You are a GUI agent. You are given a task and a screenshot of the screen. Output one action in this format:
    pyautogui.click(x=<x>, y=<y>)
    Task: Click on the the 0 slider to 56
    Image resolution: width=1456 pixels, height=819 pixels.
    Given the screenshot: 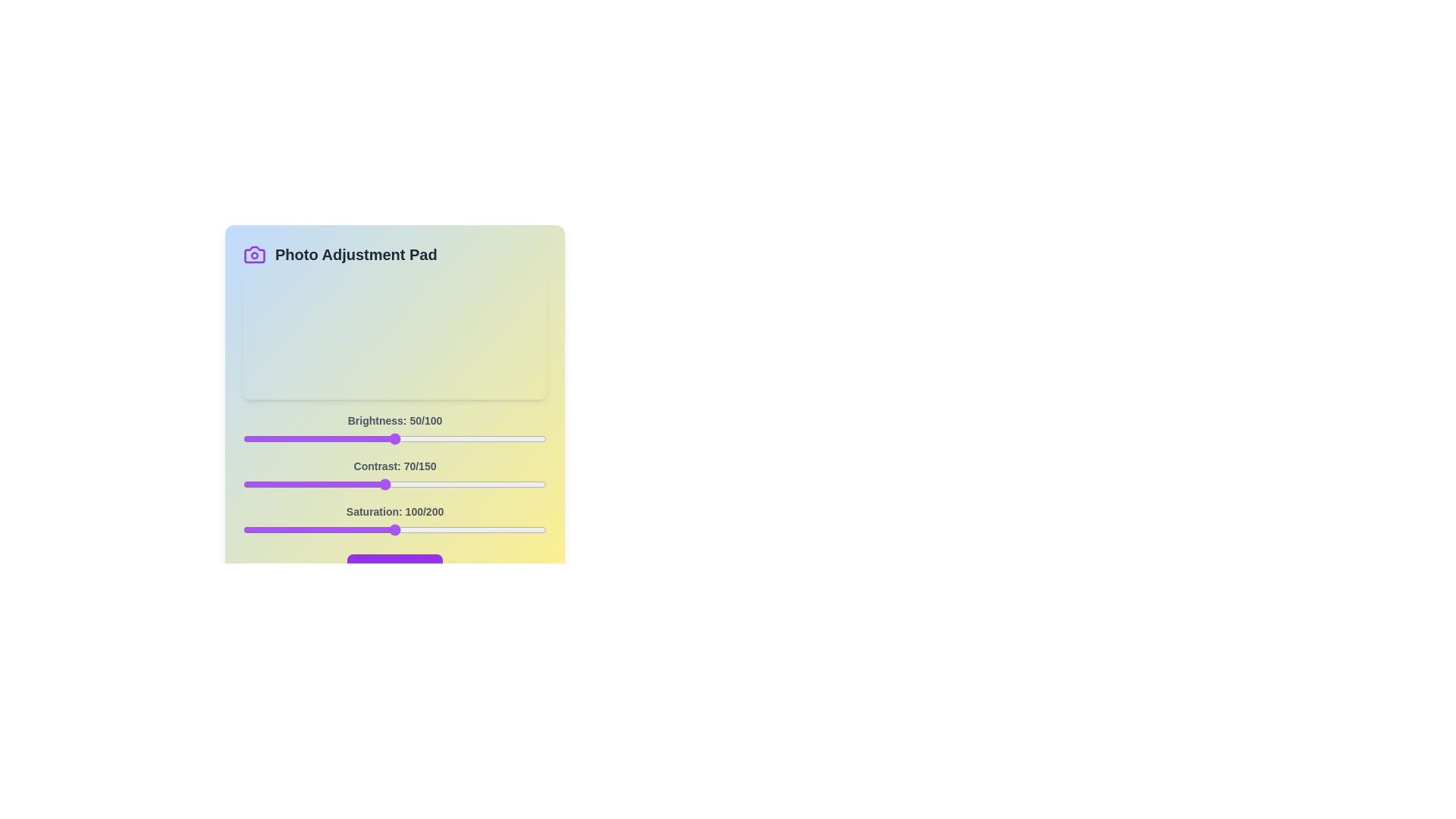 What is the action you would take?
    pyautogui.click(x=413, y=438)
    